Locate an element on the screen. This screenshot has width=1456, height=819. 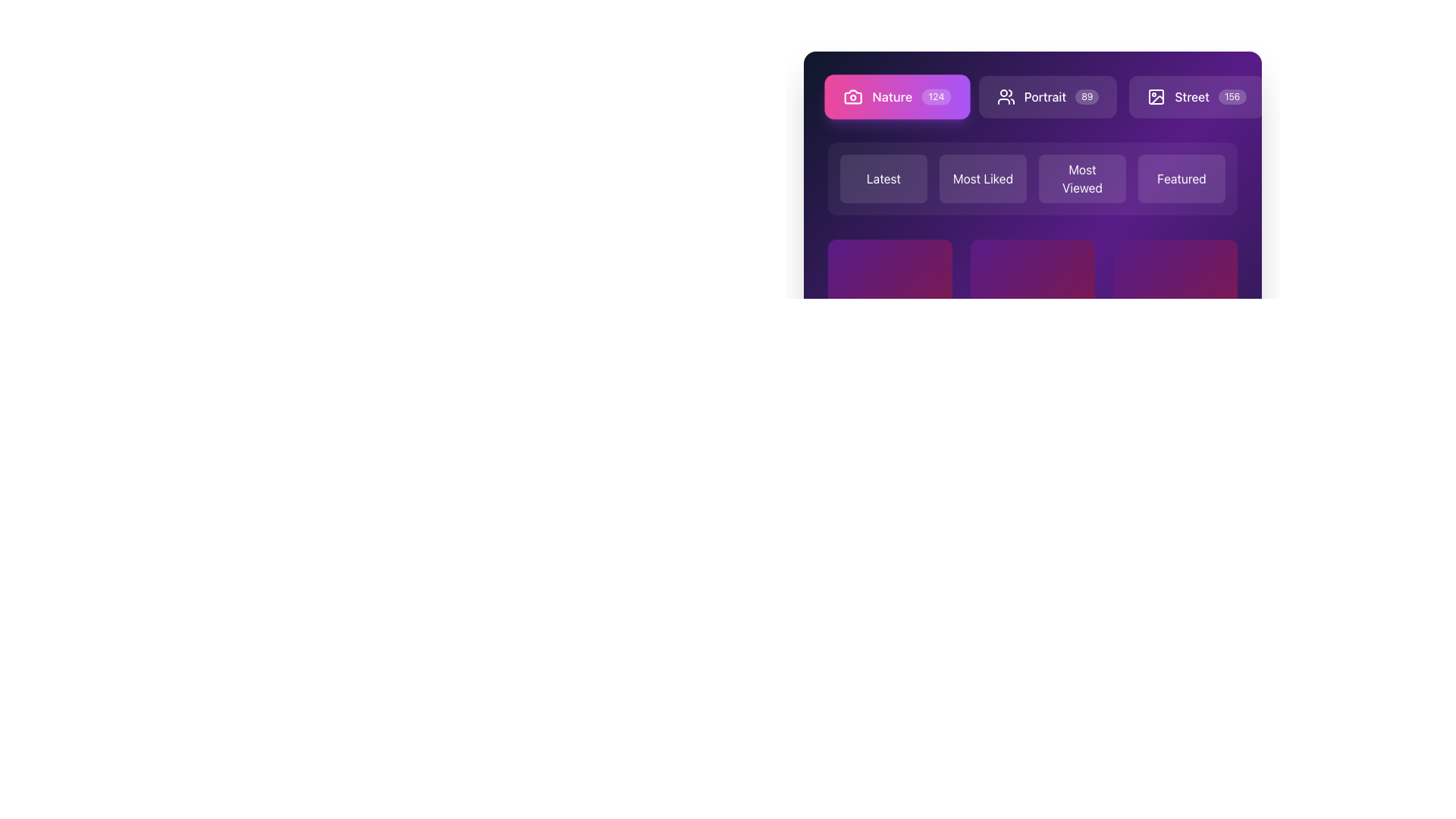
the 'Portrait' button in the top navigation bar is located at coordinates (1047, 96).